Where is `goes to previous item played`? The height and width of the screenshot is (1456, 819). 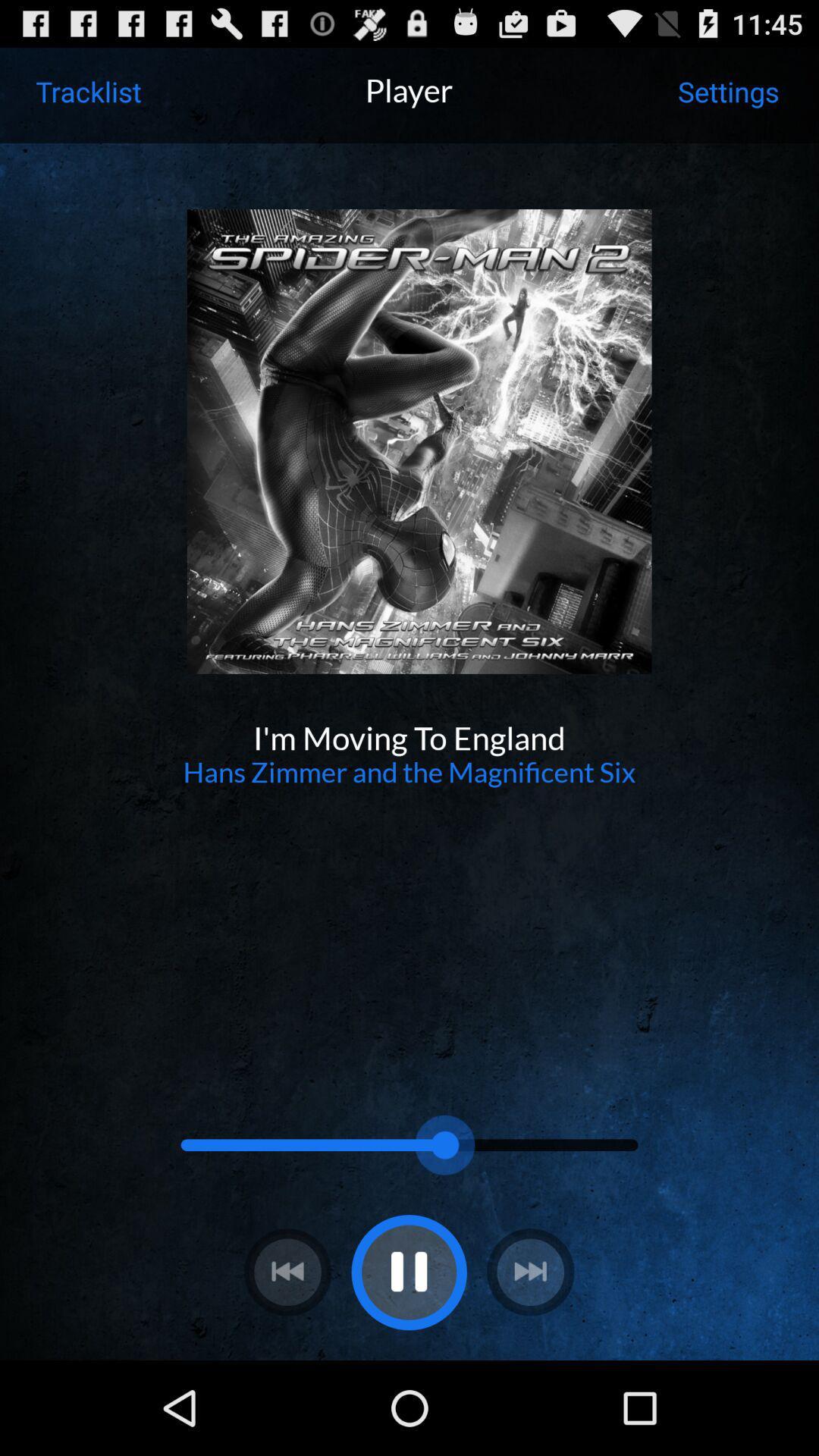
goes to previous item played is located at coordinates (287, 1272).